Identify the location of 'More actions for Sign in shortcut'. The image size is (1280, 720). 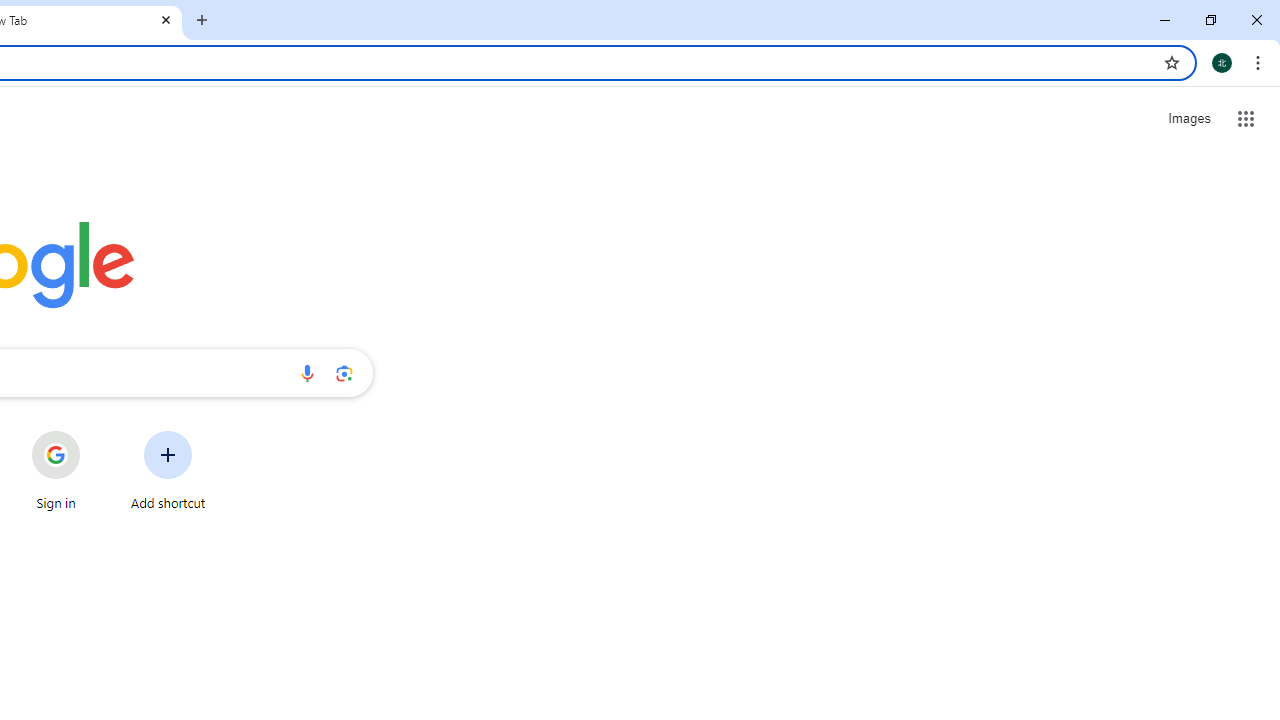
(95, 432).